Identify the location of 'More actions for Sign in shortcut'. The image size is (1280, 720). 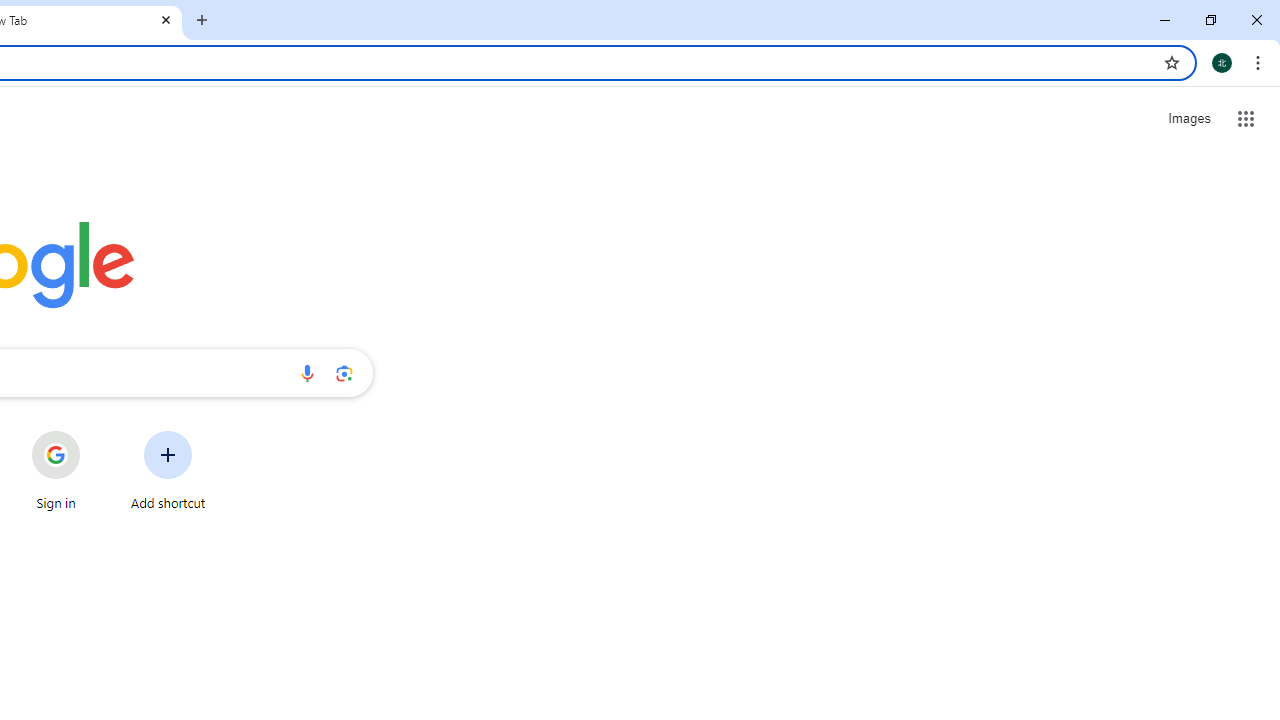
(95, 432).